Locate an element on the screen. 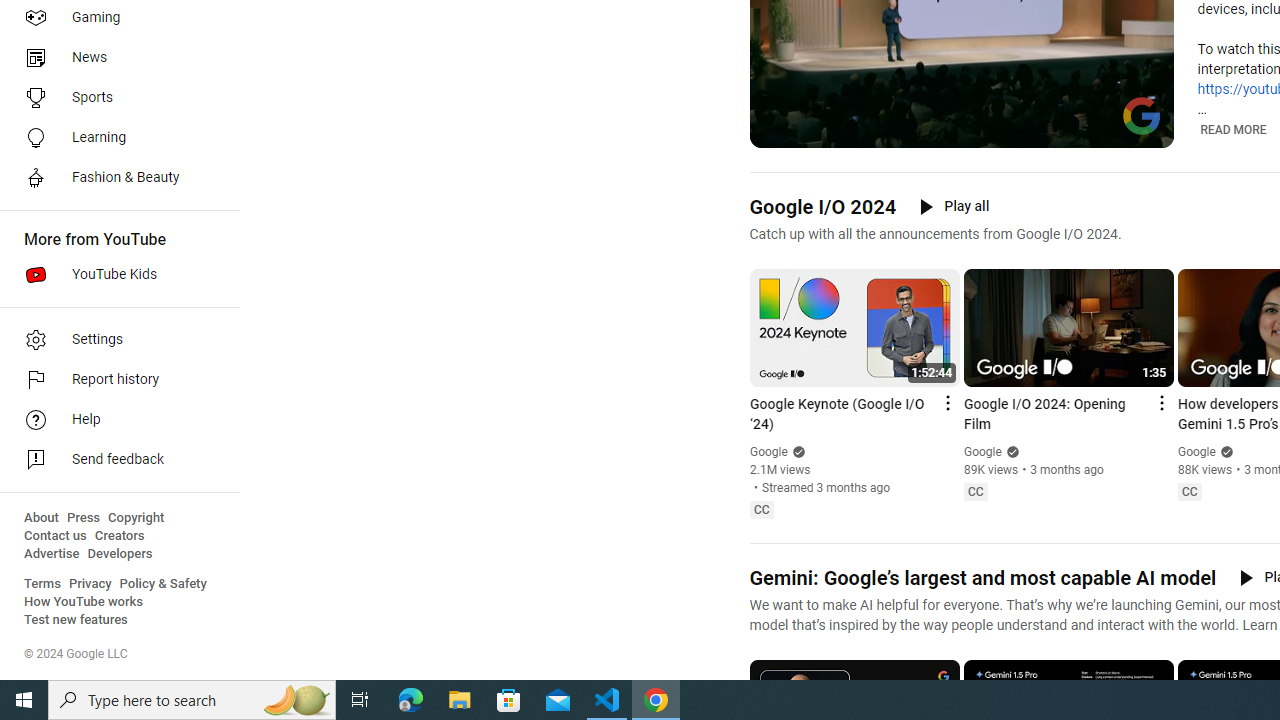 The height and width of the screenshot is (720, 1280). 'Send feedback' is located at coordinates (112, 460).